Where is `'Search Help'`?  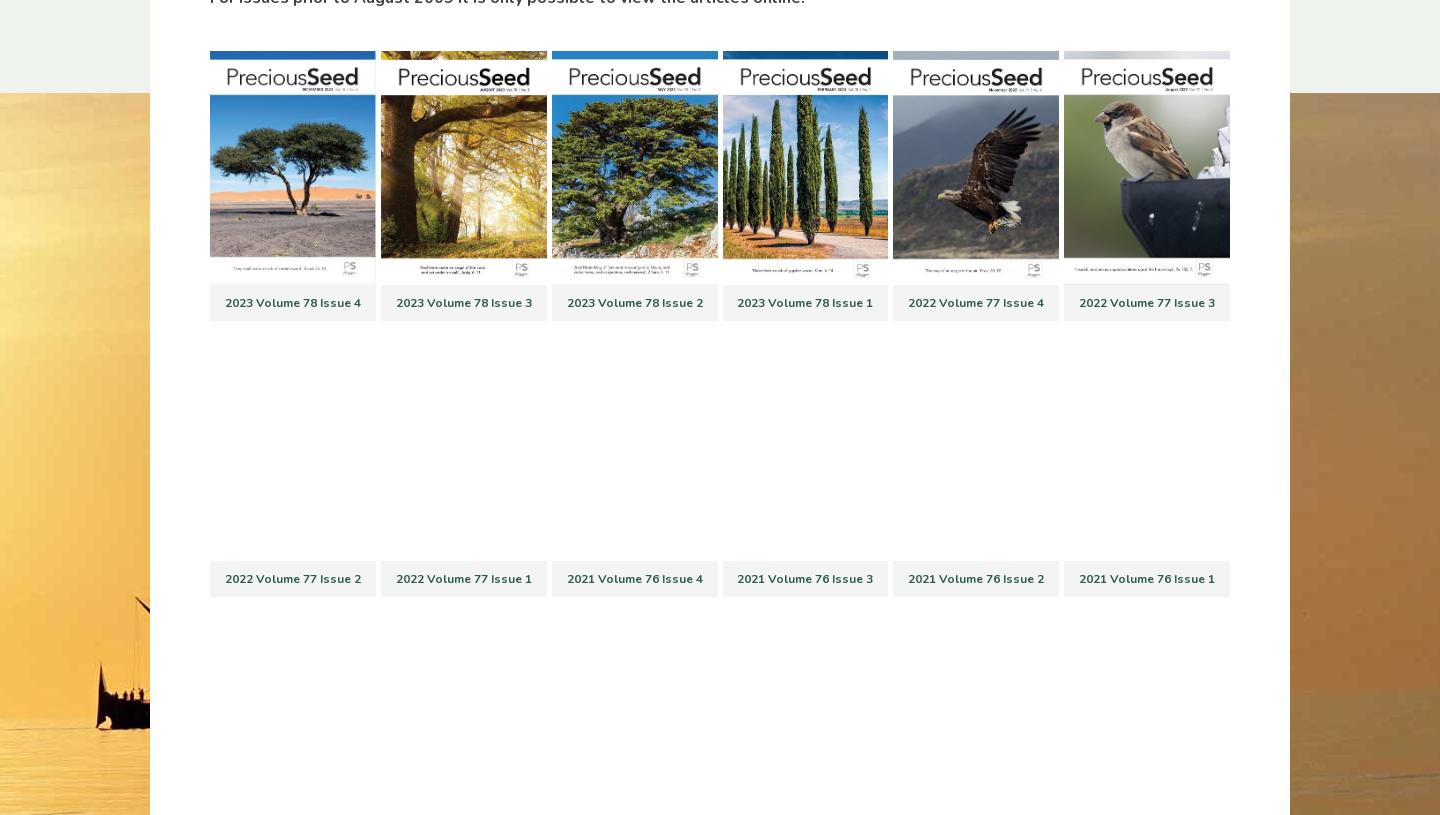 'Search Help' is located at coordinates (733, 539).